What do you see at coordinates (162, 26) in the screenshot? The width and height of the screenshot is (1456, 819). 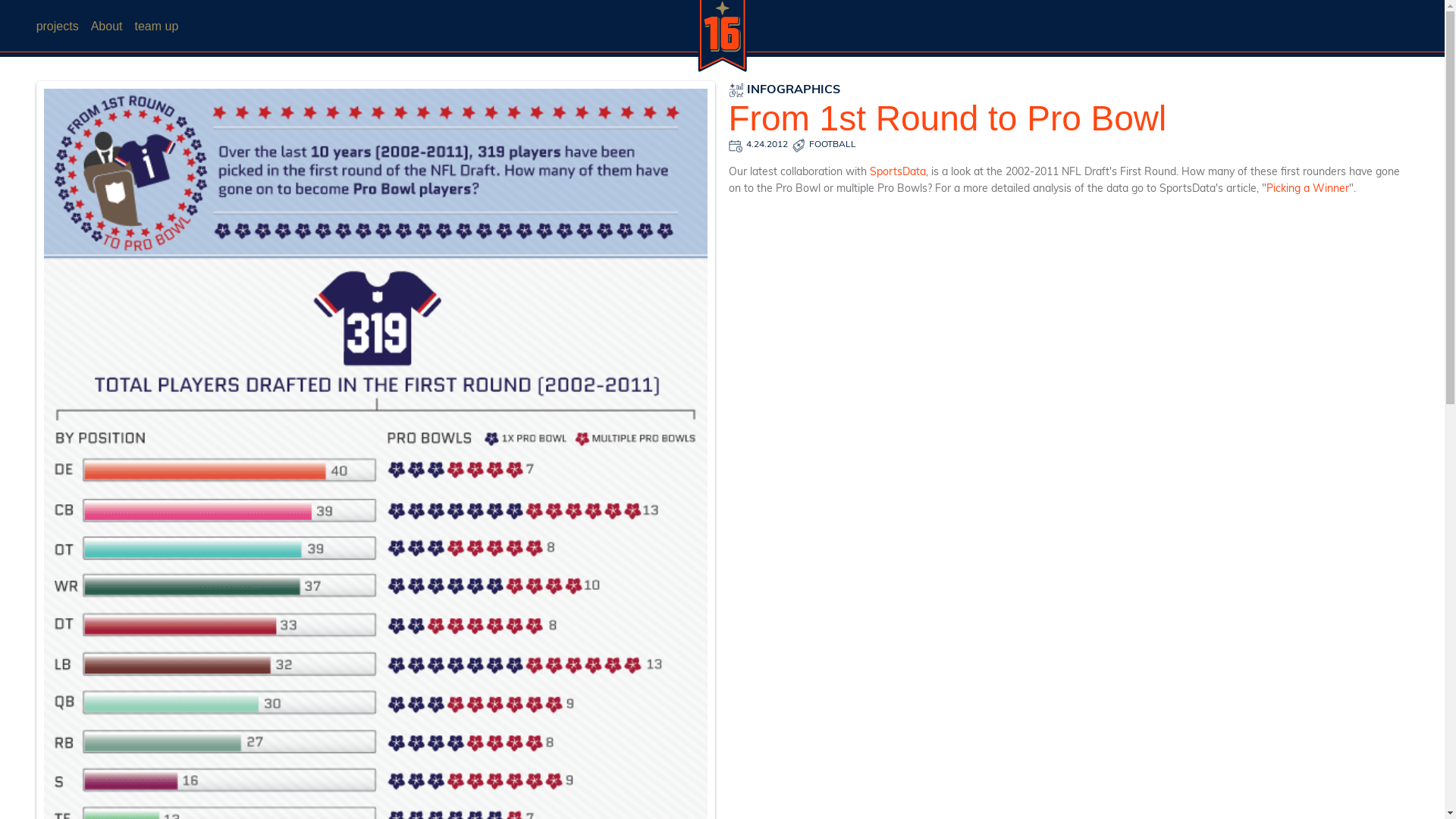 I see `'team up'` at bounding box center [162, 26].